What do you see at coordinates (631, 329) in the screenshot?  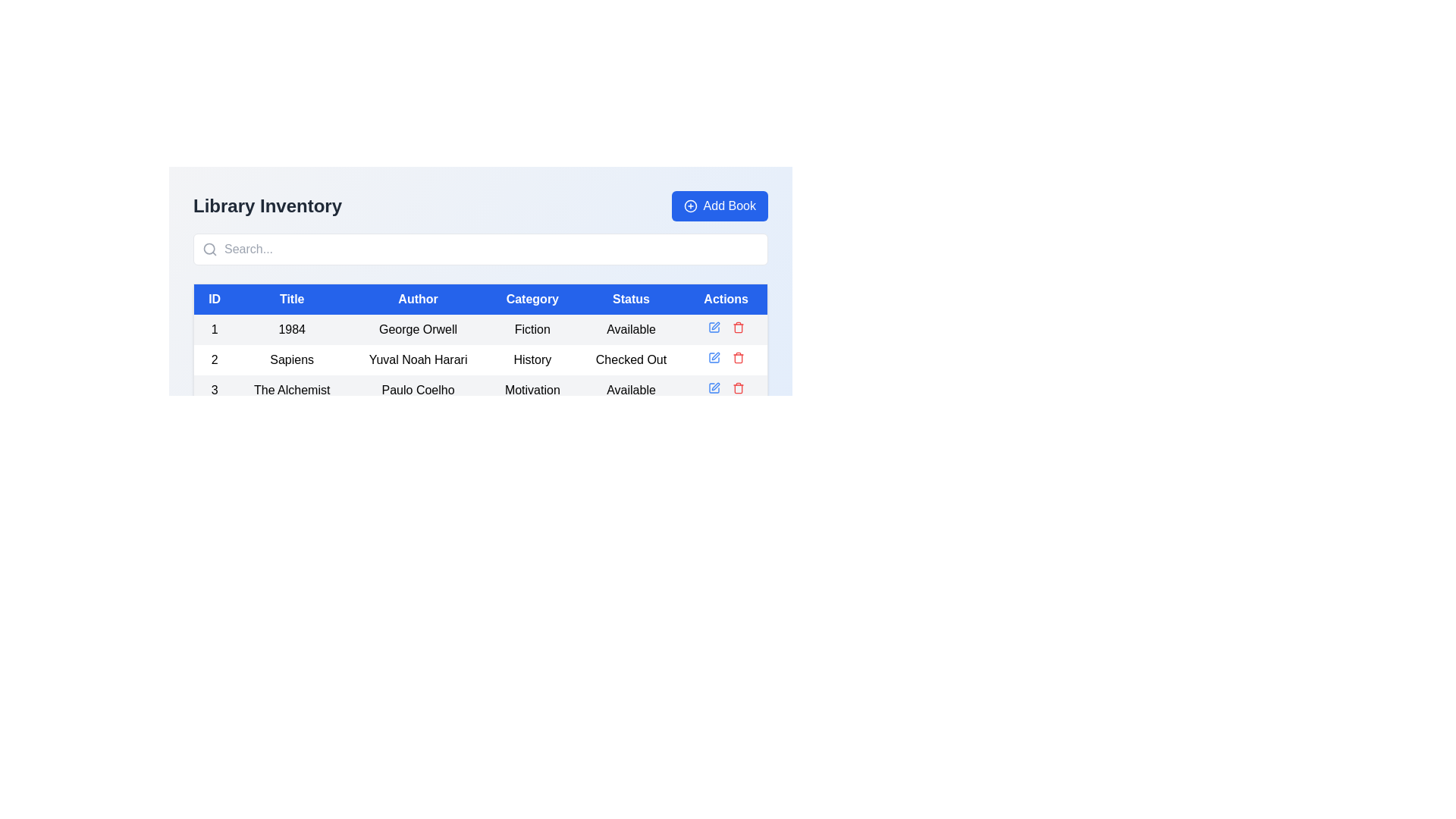 I see `the Text label that displays the availability status of the book '1984' by George Orwell, located in the fifth column of the first data row under the 'Status' header` at bounding box center [631, 329].